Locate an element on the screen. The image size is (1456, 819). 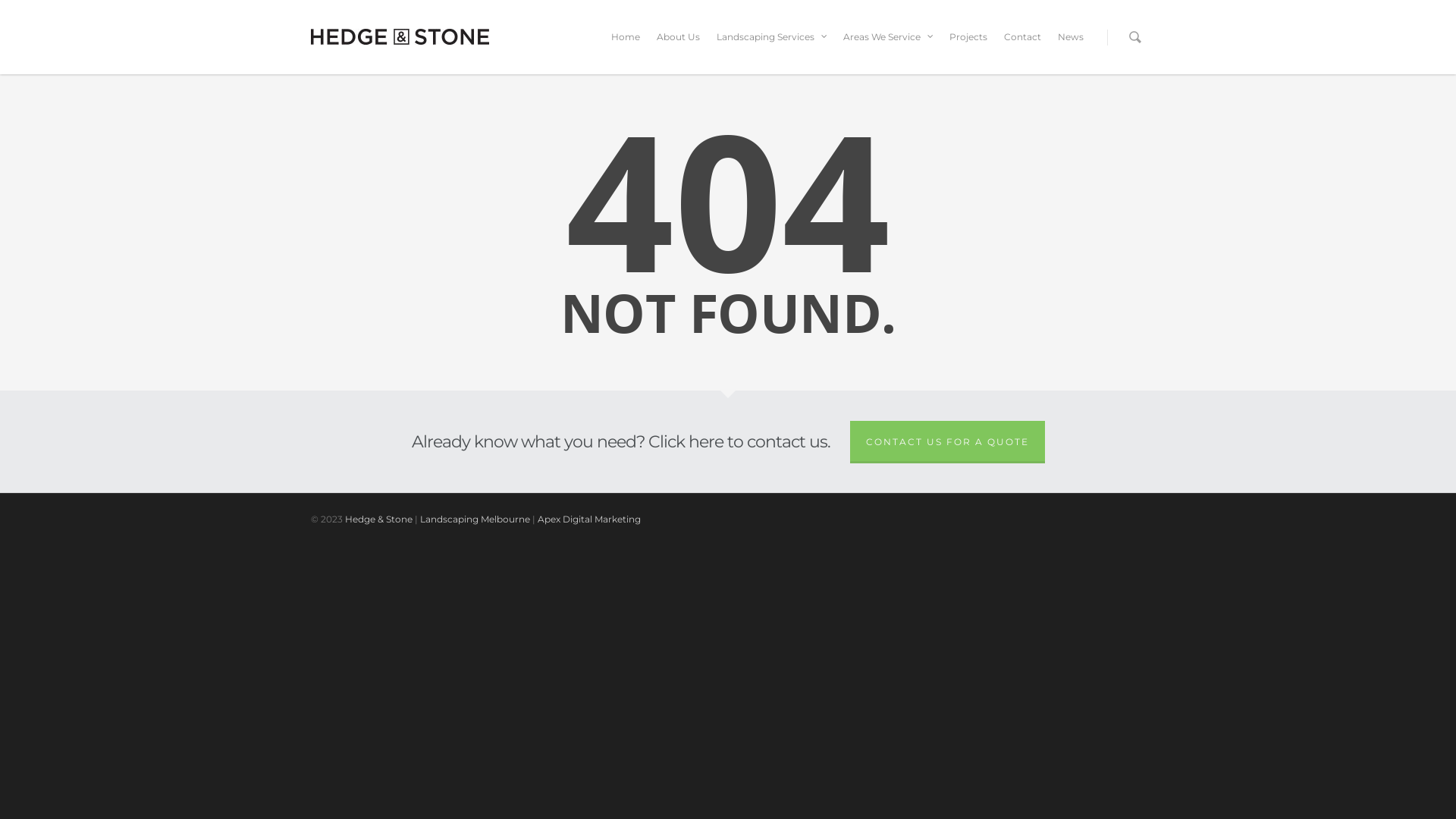
'Contact' is located at coordinates (1022, 46).